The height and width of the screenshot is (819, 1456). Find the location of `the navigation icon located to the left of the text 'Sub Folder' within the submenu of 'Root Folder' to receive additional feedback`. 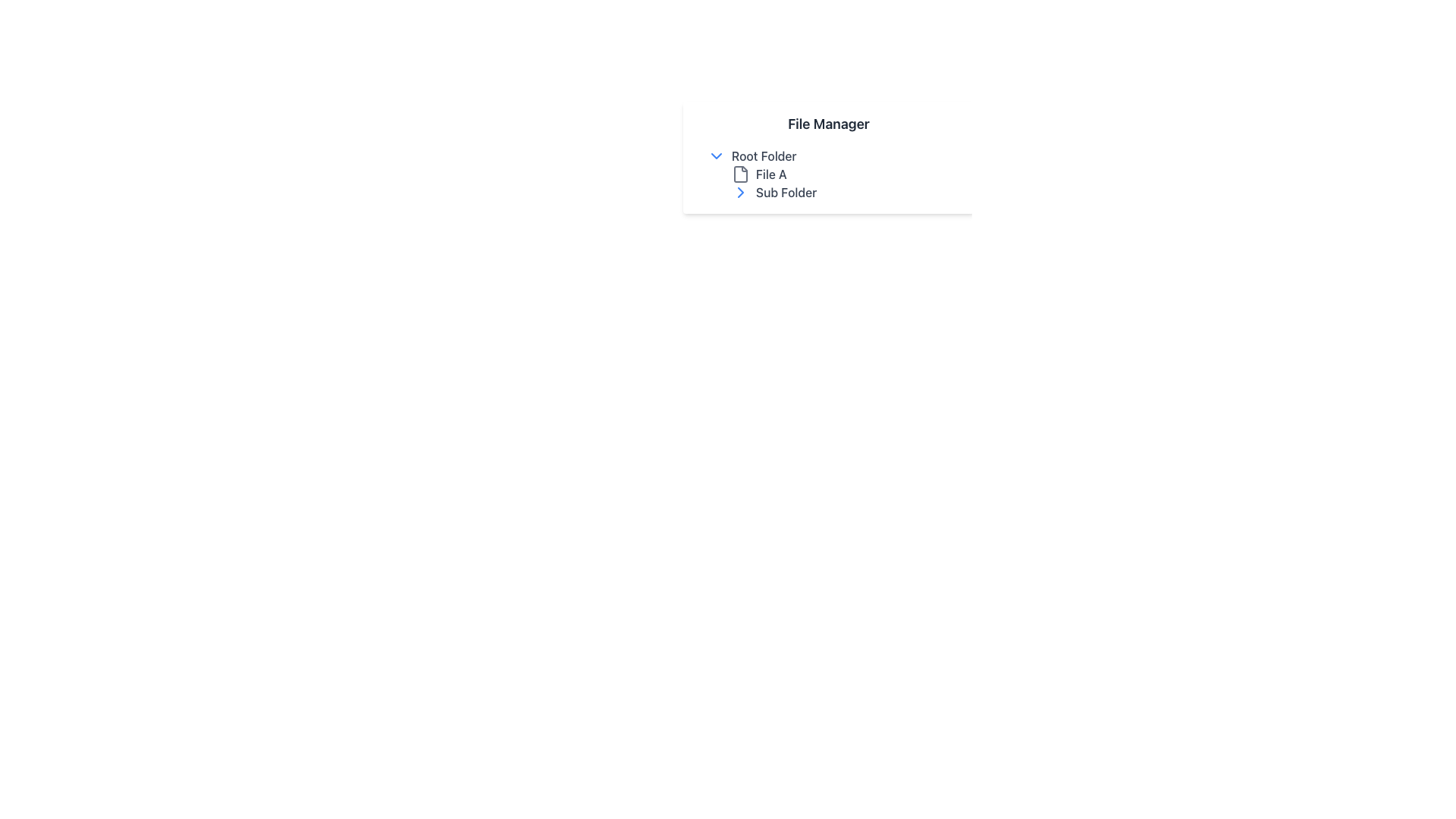

the navigation icon located to the left of the text 'Sub Folder' within the submenu of 'Root Folder' to receive additional feedback is located at coordinates (741, 192).